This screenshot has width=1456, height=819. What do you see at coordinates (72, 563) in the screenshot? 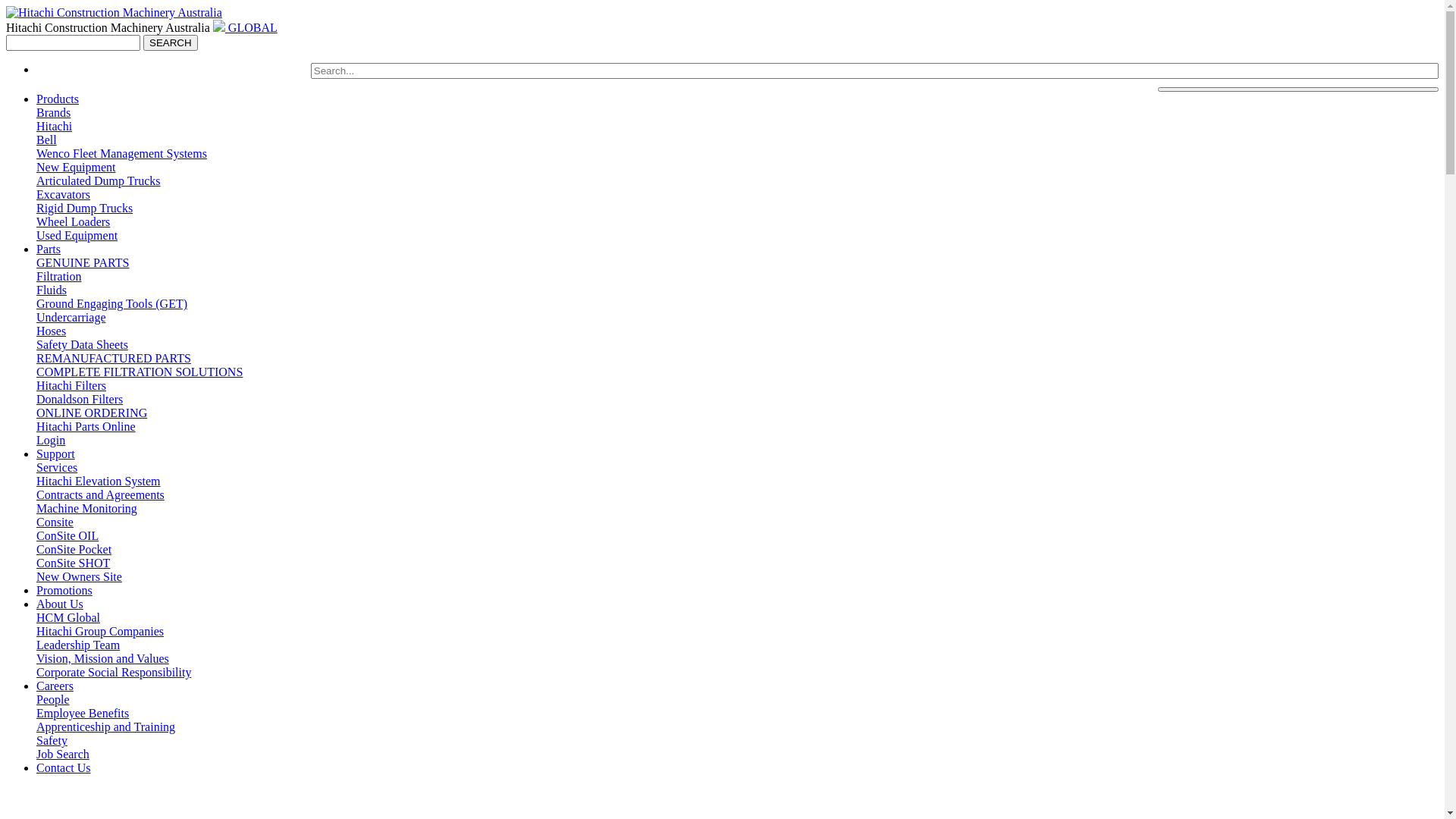
I see `'ConSite SHOT'` at bounding box center [72, 563].